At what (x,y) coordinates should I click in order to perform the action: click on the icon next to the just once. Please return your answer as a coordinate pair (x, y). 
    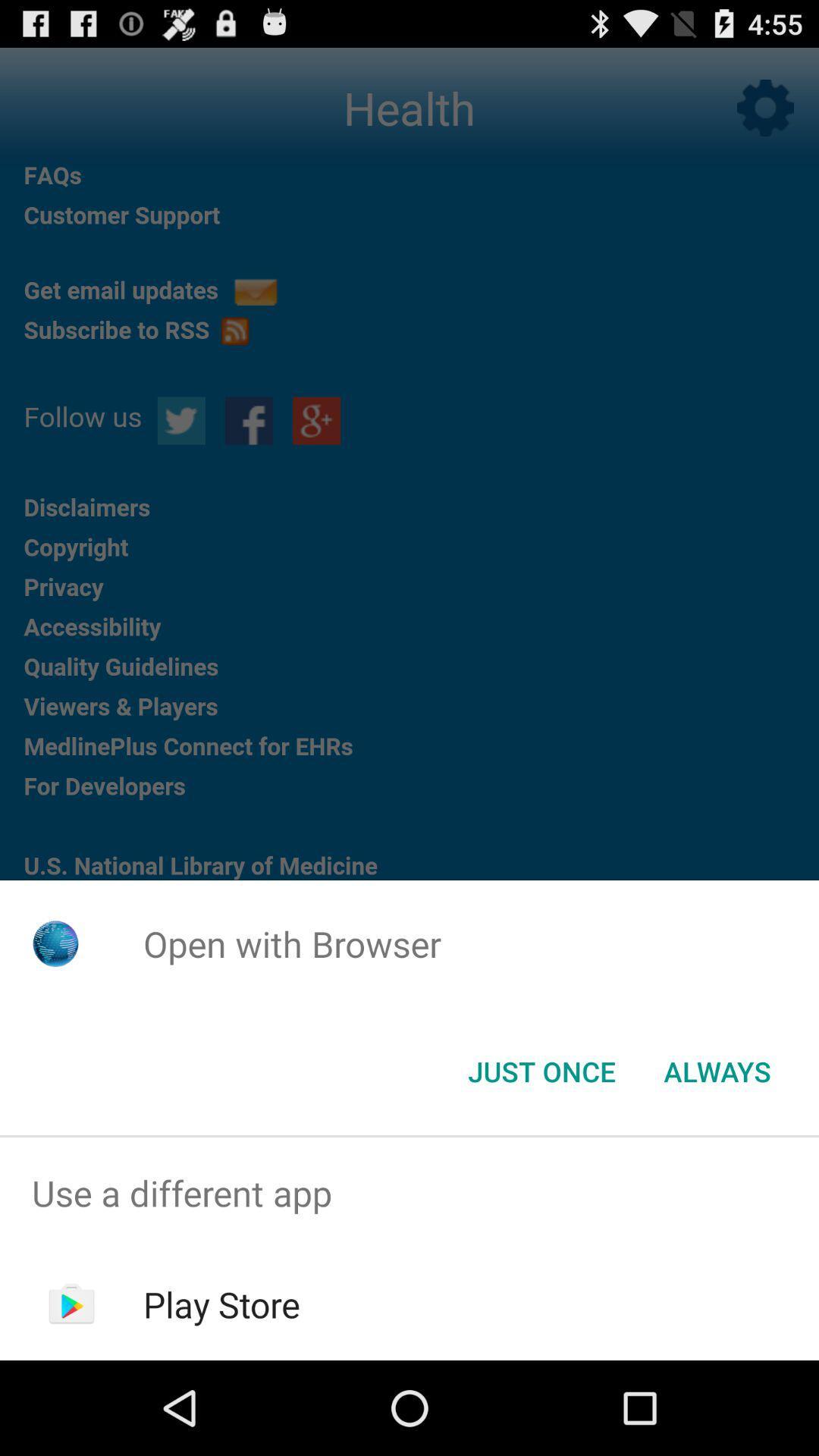
    Looking at the image, I should click on (717, 1070).